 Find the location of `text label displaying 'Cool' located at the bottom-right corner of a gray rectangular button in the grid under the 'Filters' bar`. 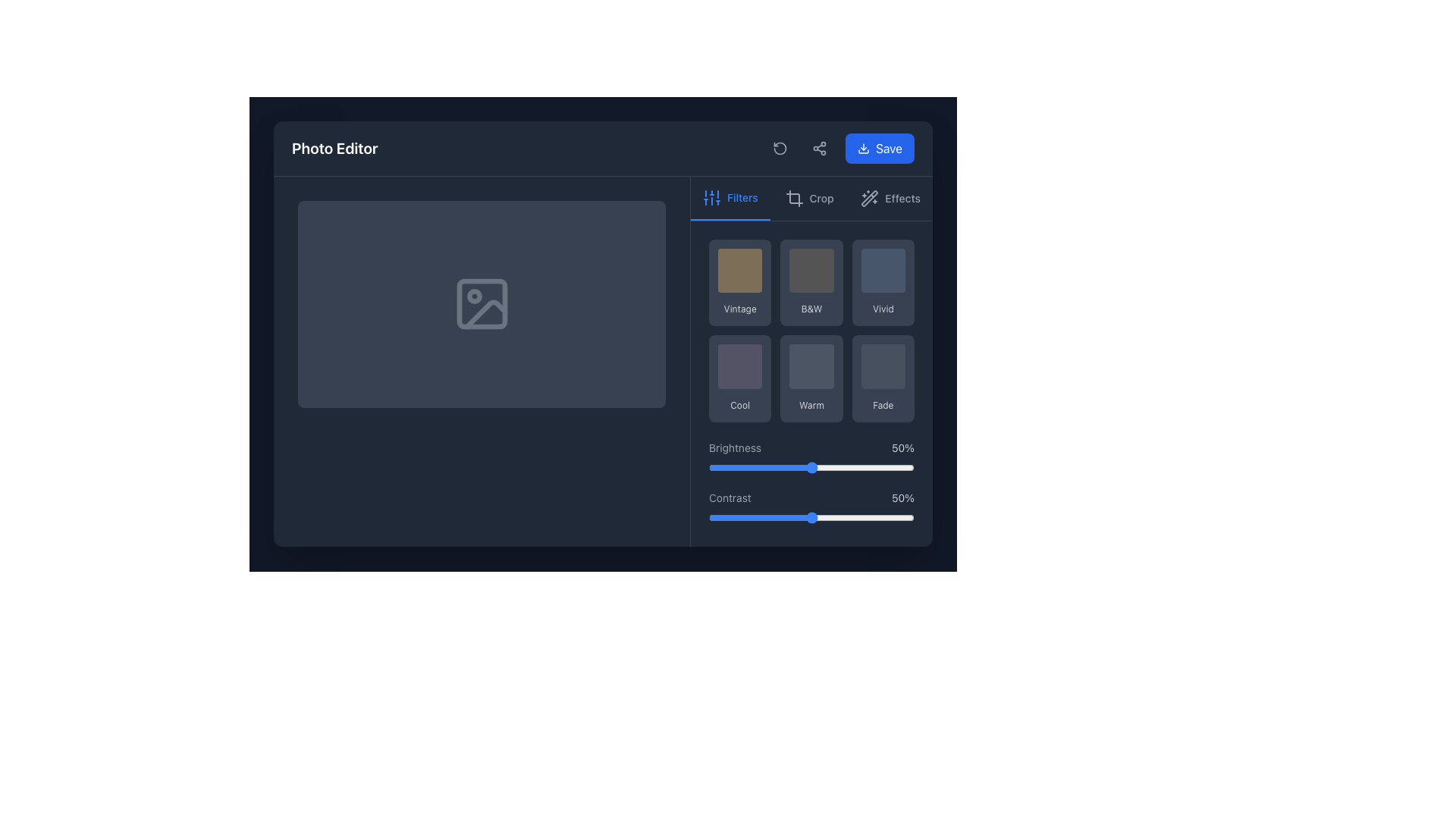

text label displaying 'Cool' located at the bottom-right corner of a gray rectangular button in the grid under the 'Filters' bar is located at coordinates (740, 404).